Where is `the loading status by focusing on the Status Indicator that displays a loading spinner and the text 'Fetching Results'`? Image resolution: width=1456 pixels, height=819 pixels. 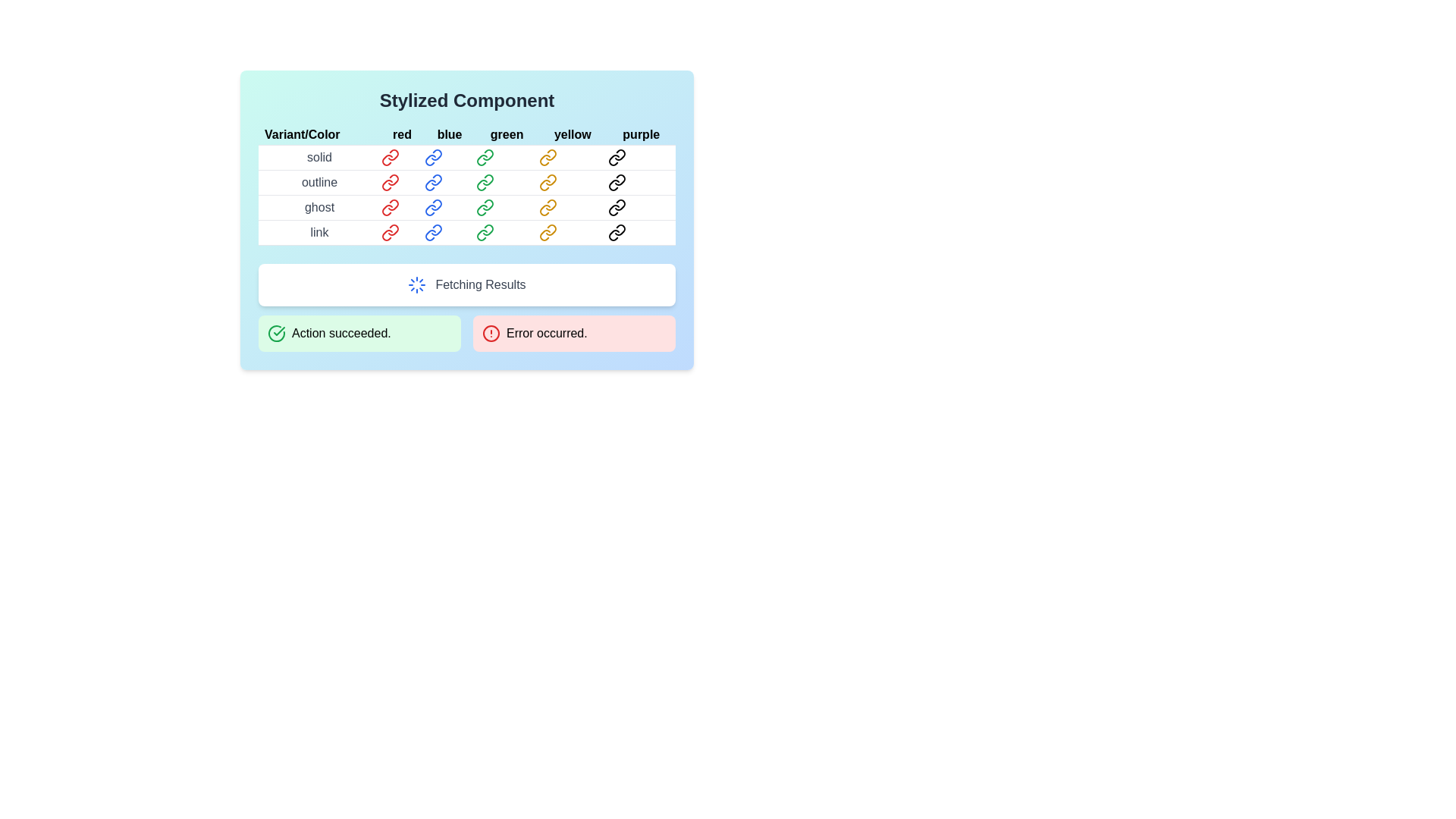 the loading status by focusing on the Status Indicator that displays a loading spinner and the text 'Fetching Results' is located at coordinates (466, 284).